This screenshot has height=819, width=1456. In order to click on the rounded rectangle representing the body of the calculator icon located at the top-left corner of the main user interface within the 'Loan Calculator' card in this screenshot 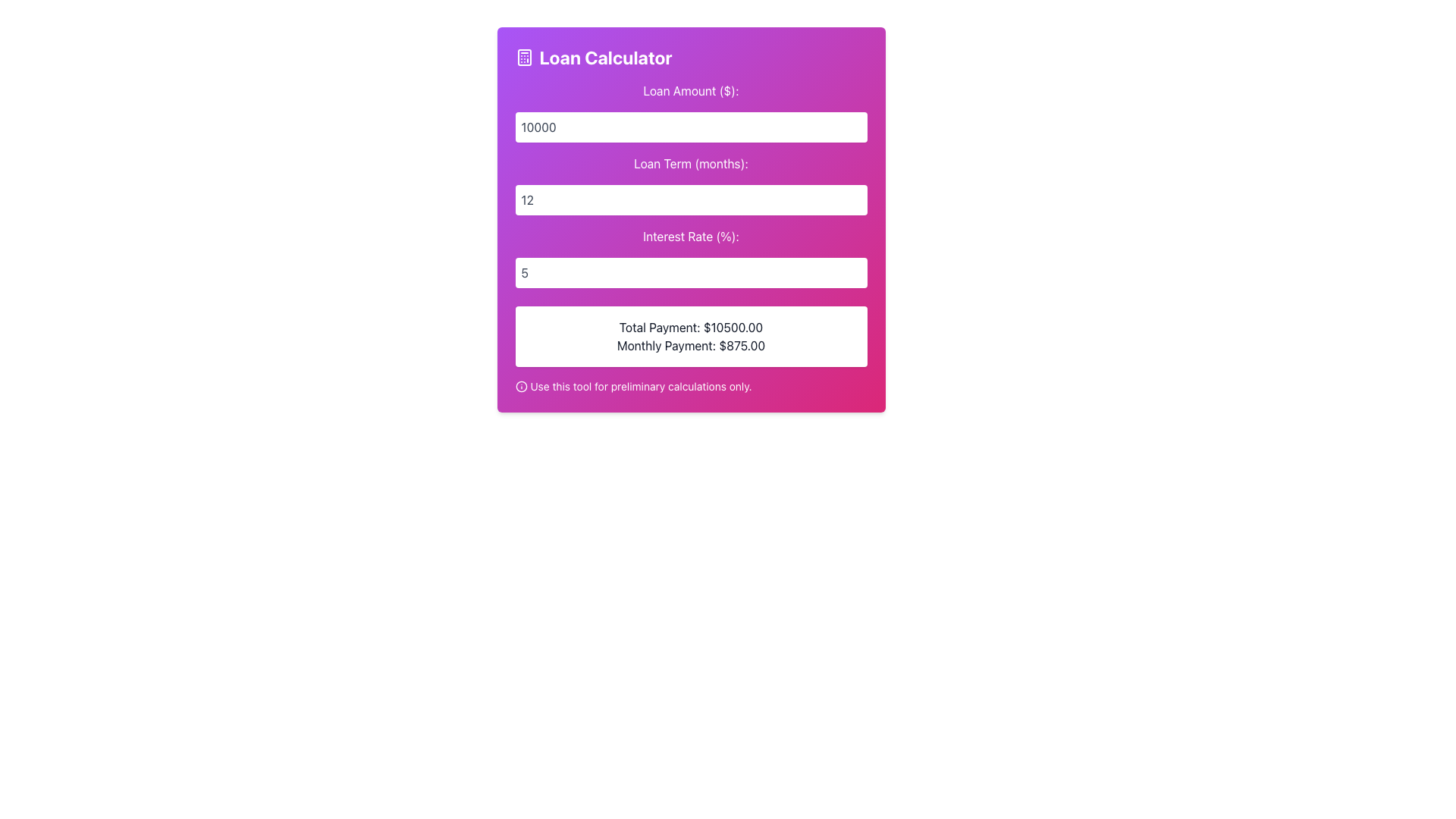, I will do `click(524, 57)`.